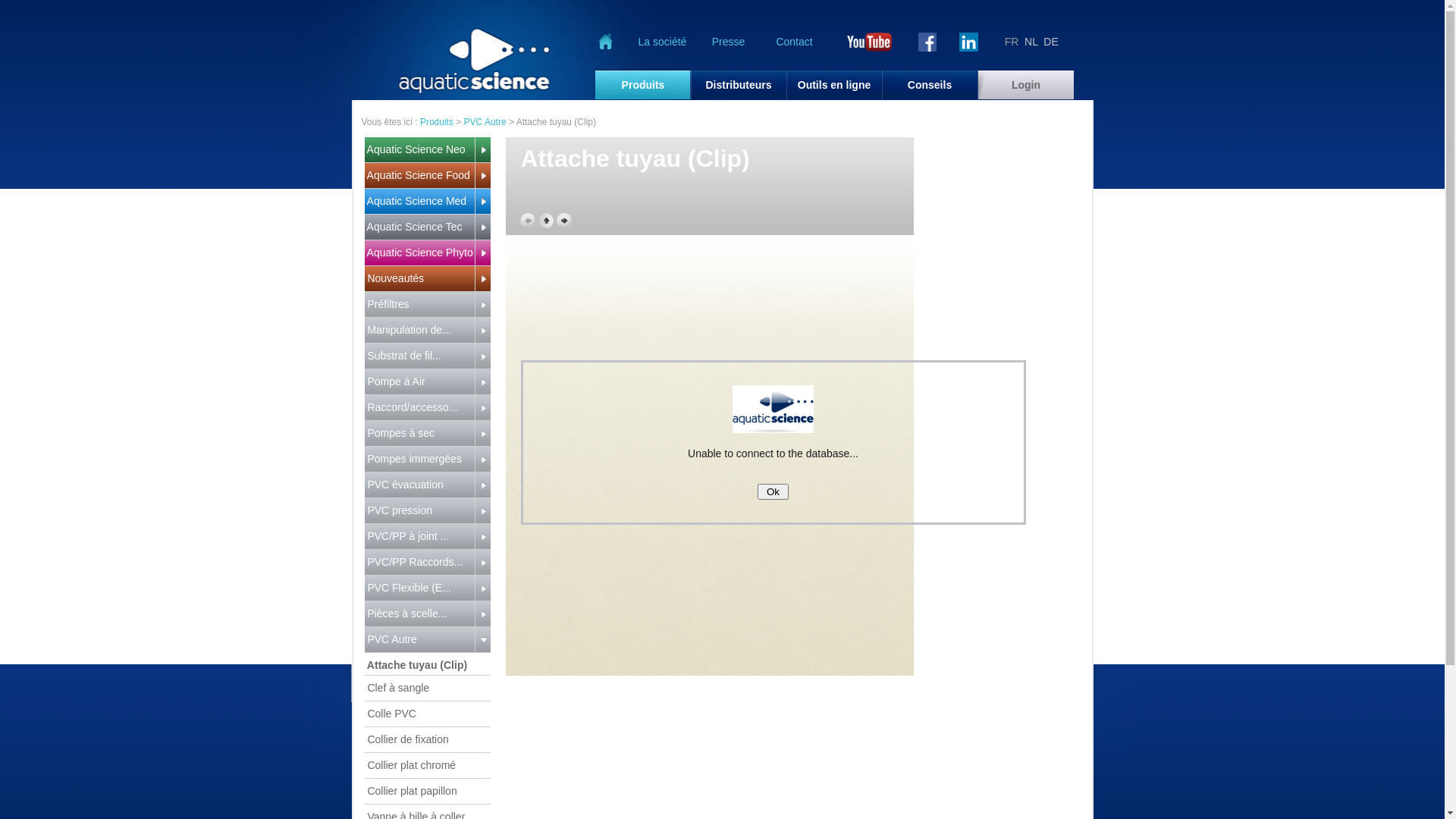  What do you see at coordinates (419, 174) in the screenshot?
I see `' Aquatic Science Food'` at bounding box center [419, 174].